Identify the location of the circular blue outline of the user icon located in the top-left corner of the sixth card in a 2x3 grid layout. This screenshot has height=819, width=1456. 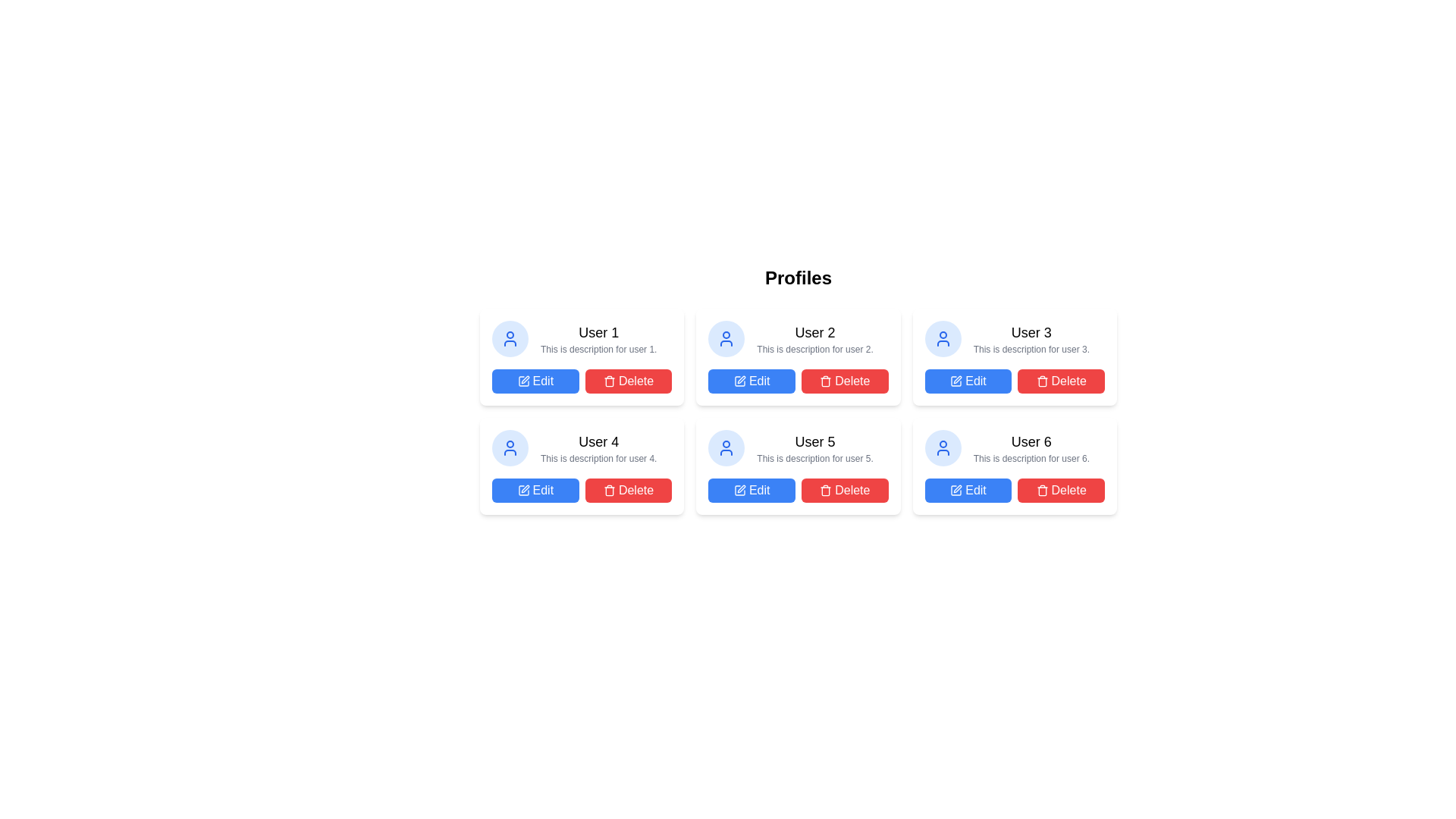
(942, 447).